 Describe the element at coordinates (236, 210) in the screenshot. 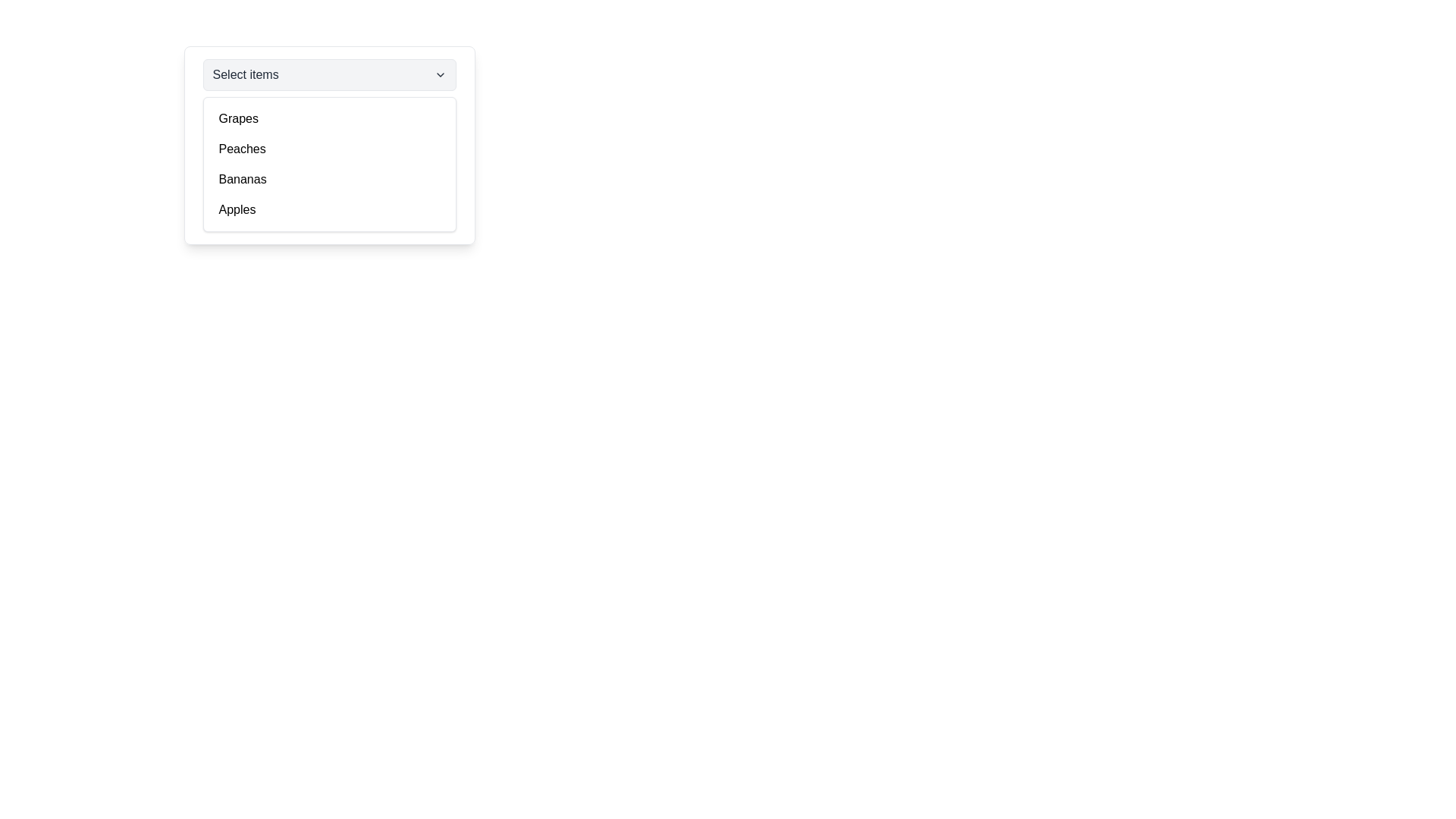

I see `the 'Apples' item in the dropdown selection menu` at that location.